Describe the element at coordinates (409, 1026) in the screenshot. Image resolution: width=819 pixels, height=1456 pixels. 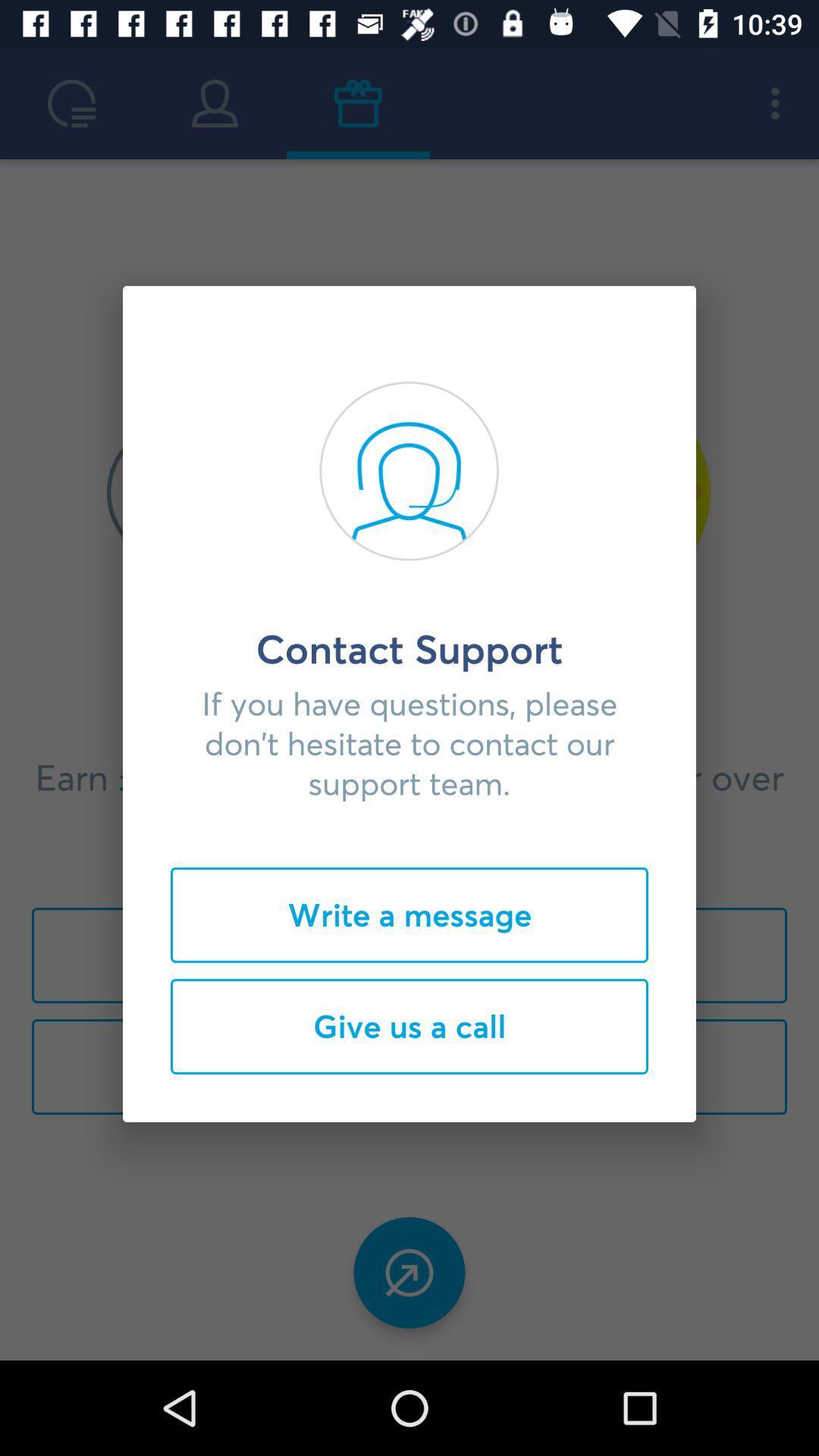
I see `the give us a at the bottom` at that location.